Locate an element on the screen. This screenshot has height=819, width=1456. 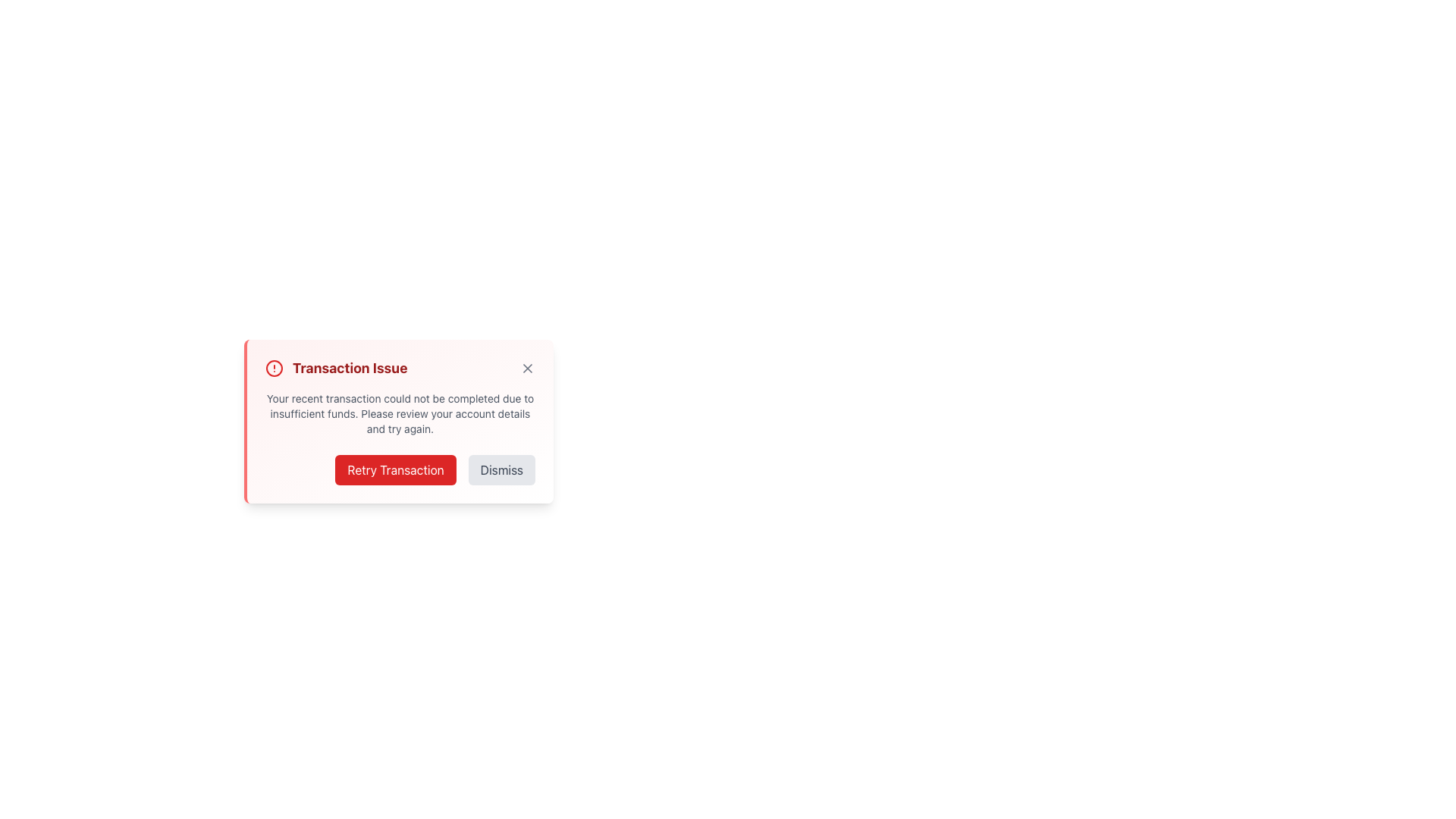
the close button located at the top-right corner of the alert box is located at coordinates (528, 369).